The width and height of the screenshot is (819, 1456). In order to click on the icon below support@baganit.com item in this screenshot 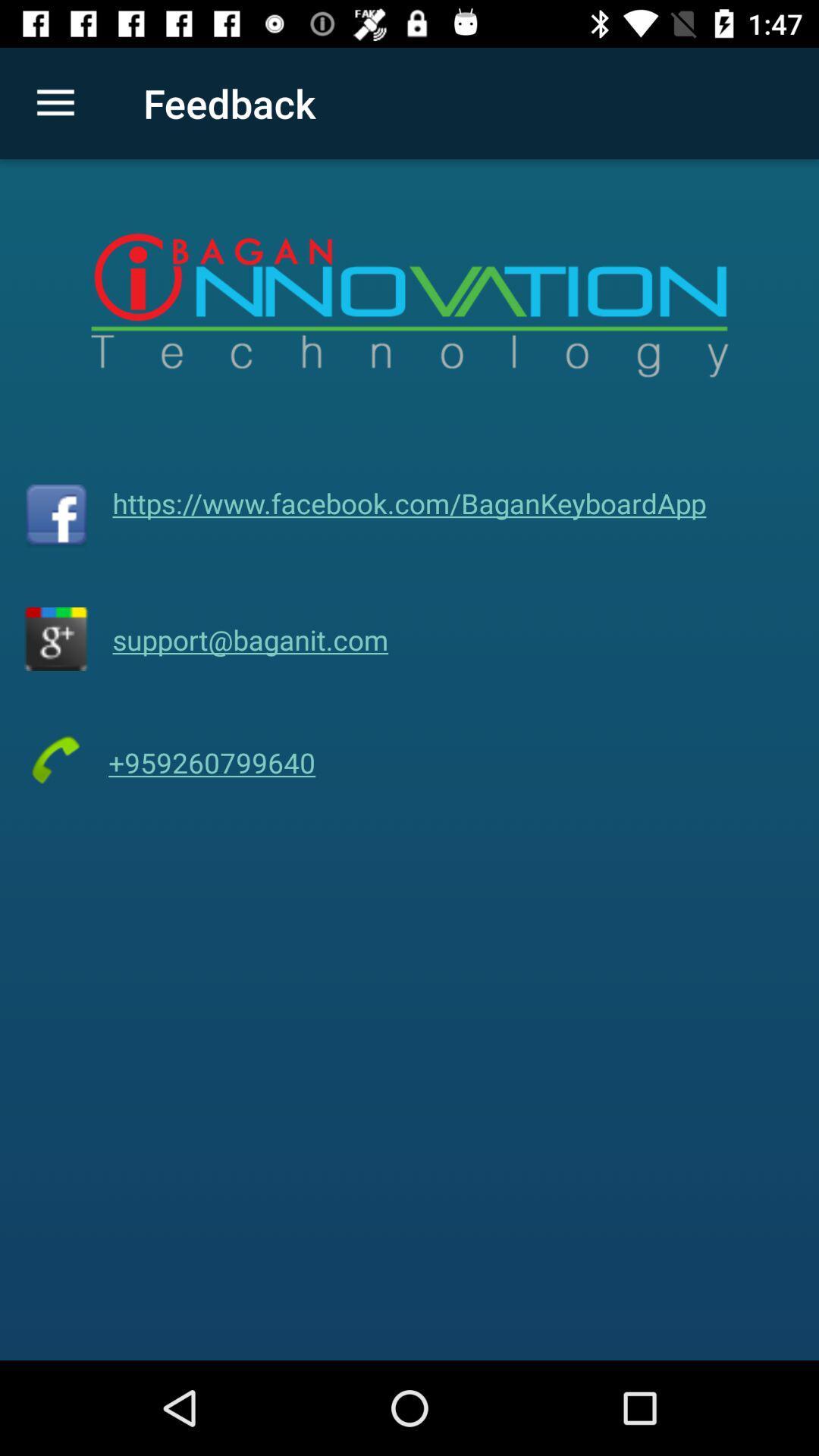, I will do `click(212, 762)`.